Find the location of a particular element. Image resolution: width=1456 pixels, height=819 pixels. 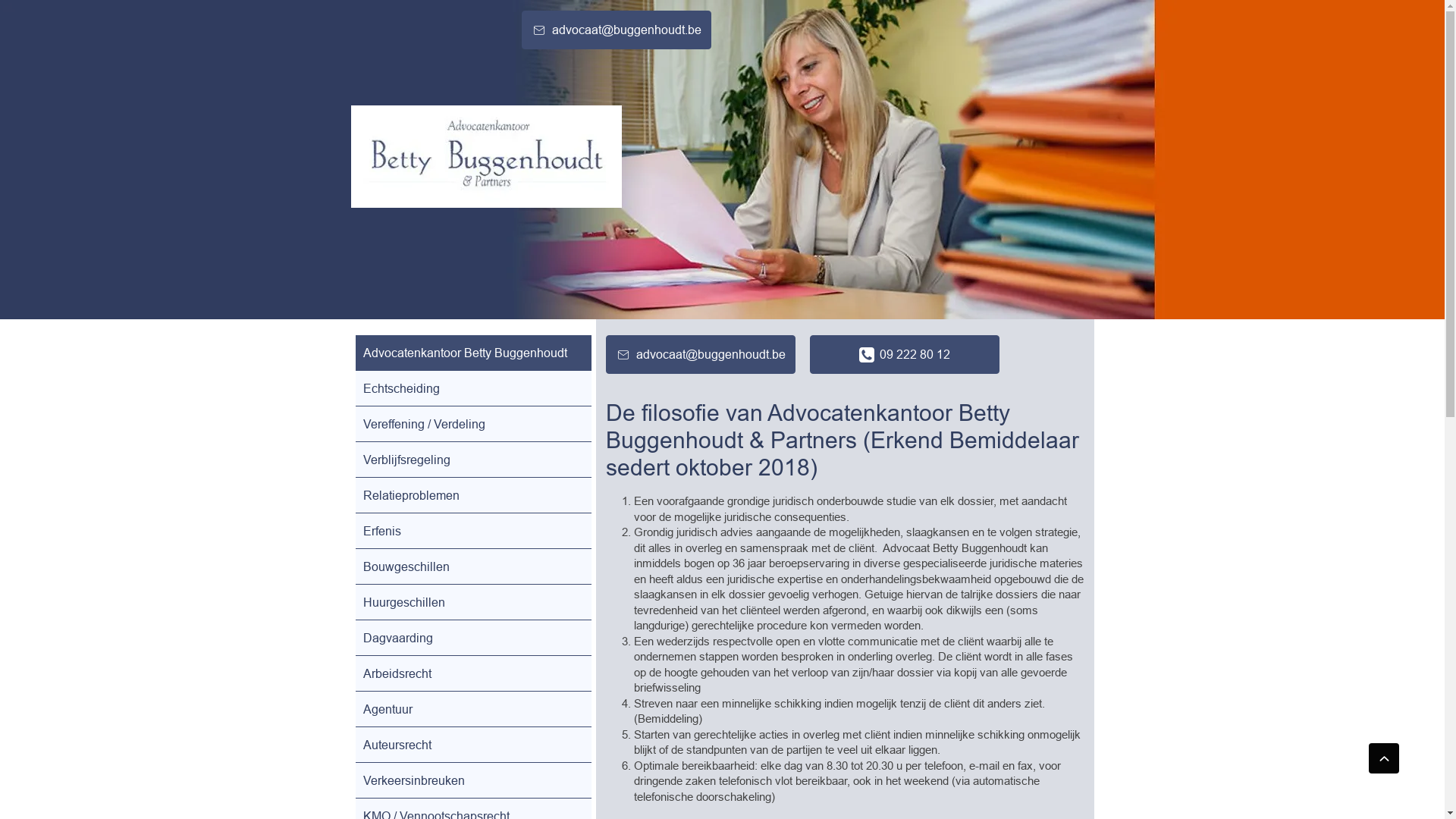

'Verblijfsregeling' is located at coordinates (472, 458).